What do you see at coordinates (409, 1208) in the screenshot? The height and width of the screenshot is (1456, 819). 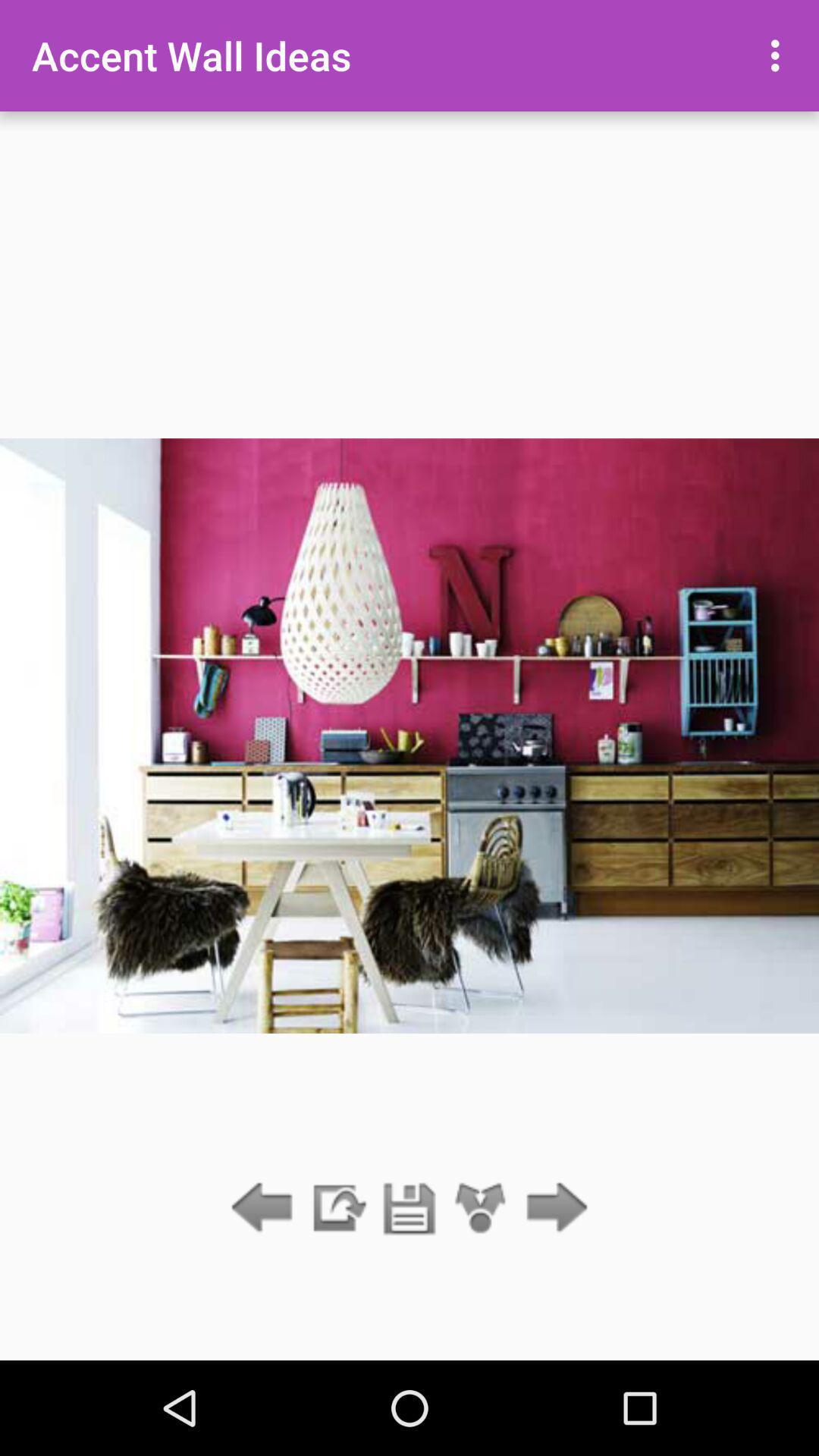 I see `the image` at bounding box center [409, 1208].